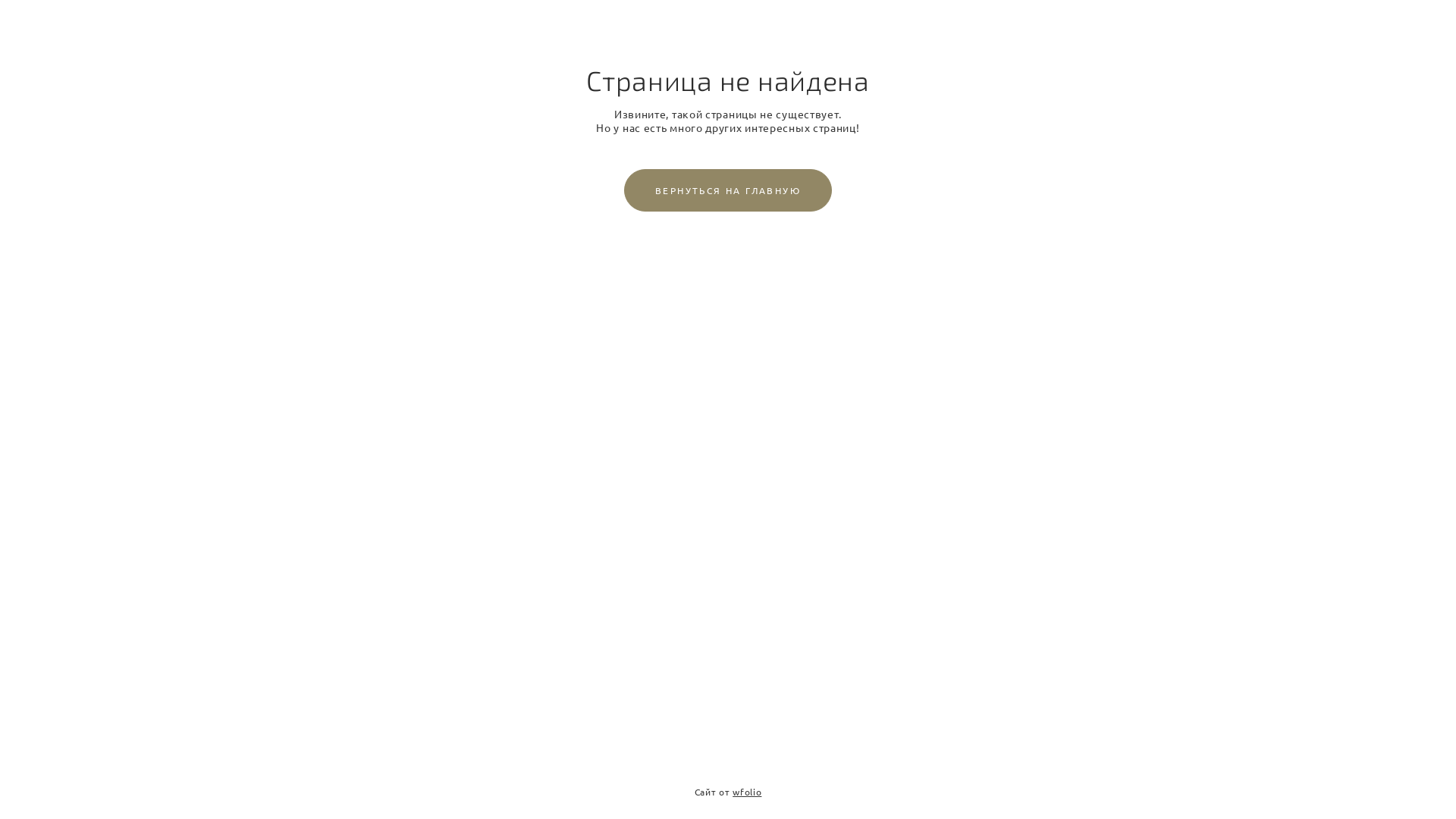  What do you see at coordinates (746, 791) in the screenshot?
I see `'wfolio'` at bounding box center [746, 791].